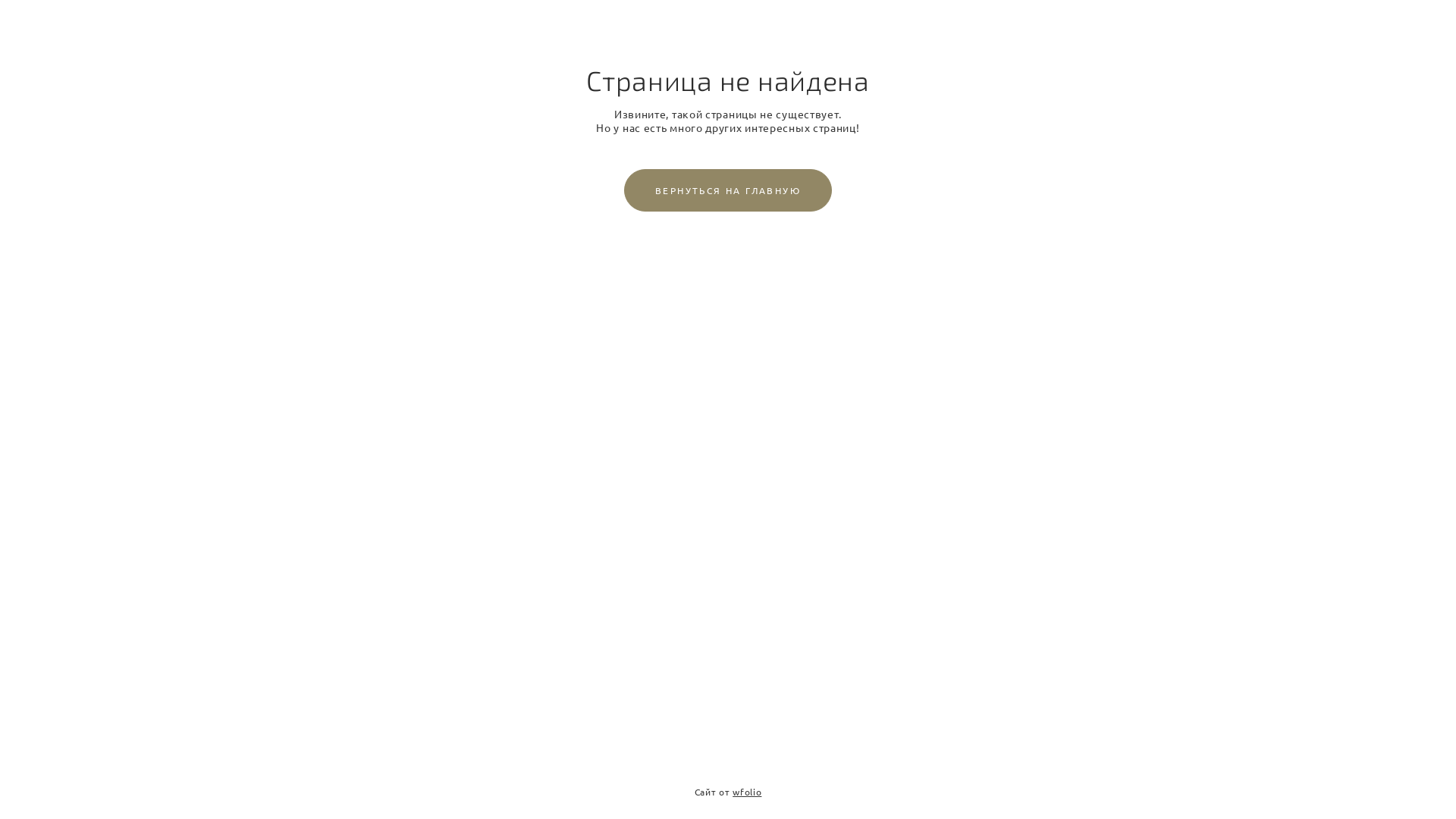  What do you see at coordinates (746, 791) in the screenshot?
I see `'wfolio'` at bounding box center [746, 791].